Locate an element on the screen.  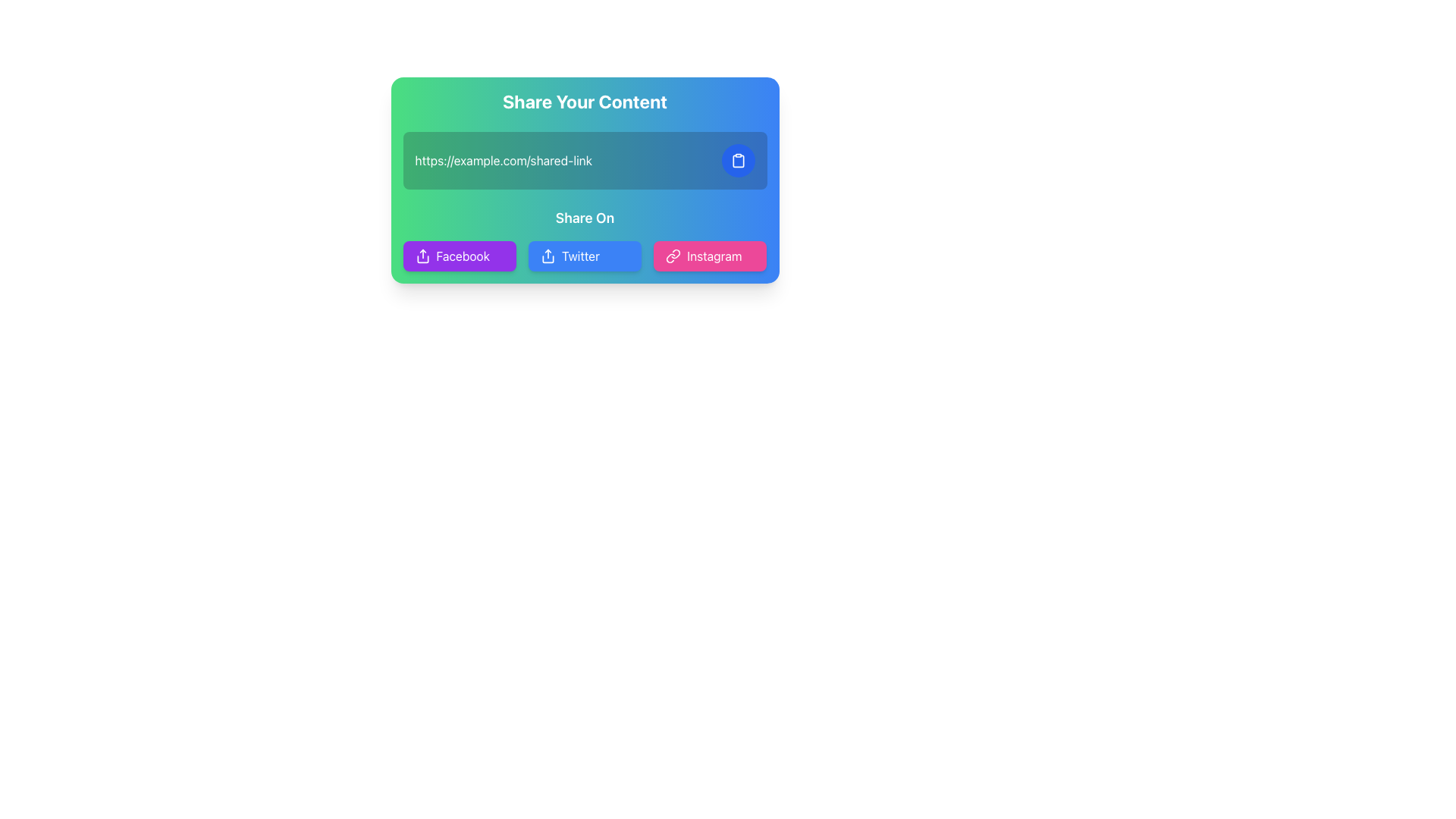
the circular blue button with a clipboard icon to copy the adjacent URL is located at coordinates (738, 161).